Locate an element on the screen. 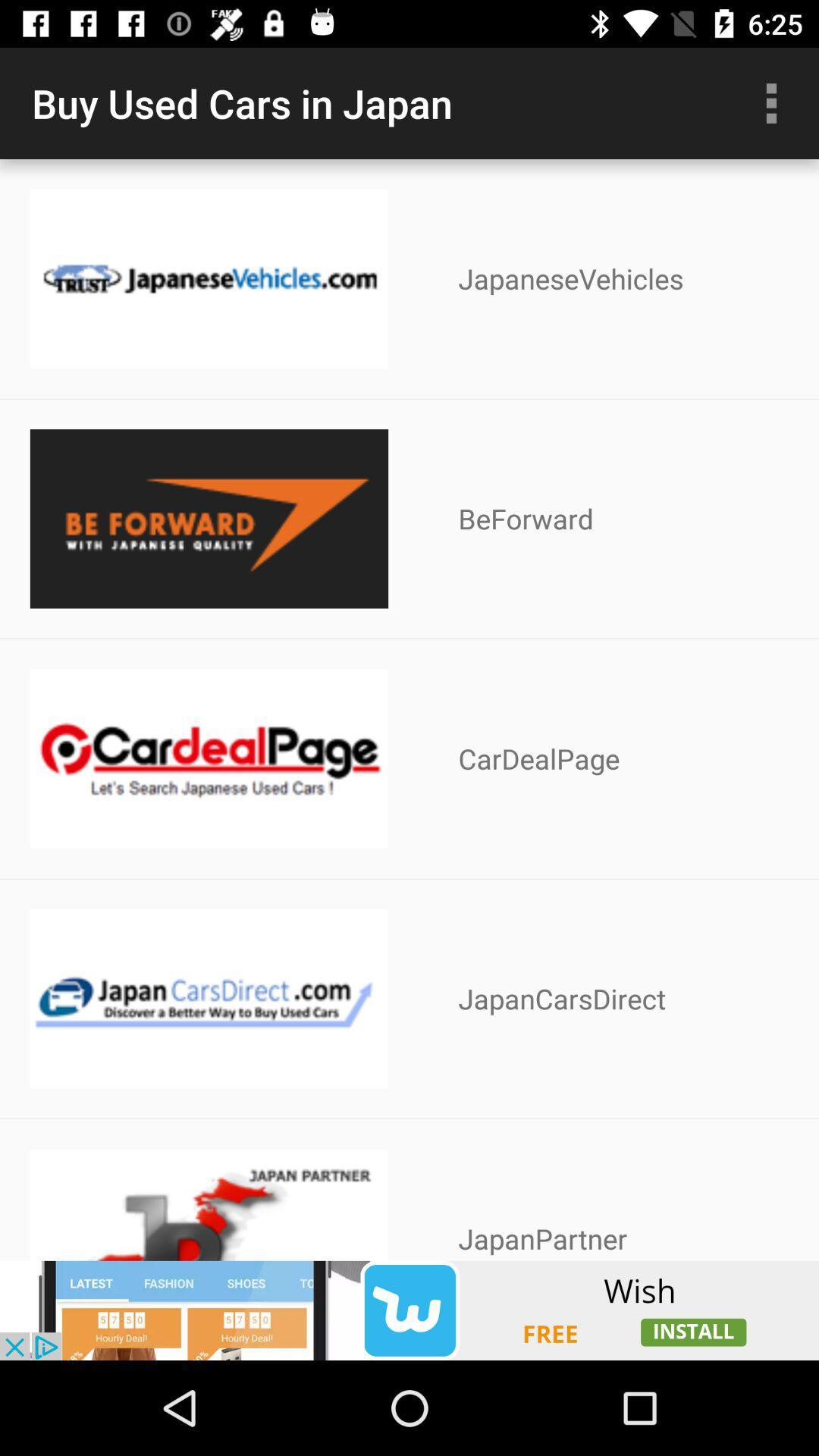 The width and height of the screenshot is (819, 1456). download app is located at coordinates (409, 1310).